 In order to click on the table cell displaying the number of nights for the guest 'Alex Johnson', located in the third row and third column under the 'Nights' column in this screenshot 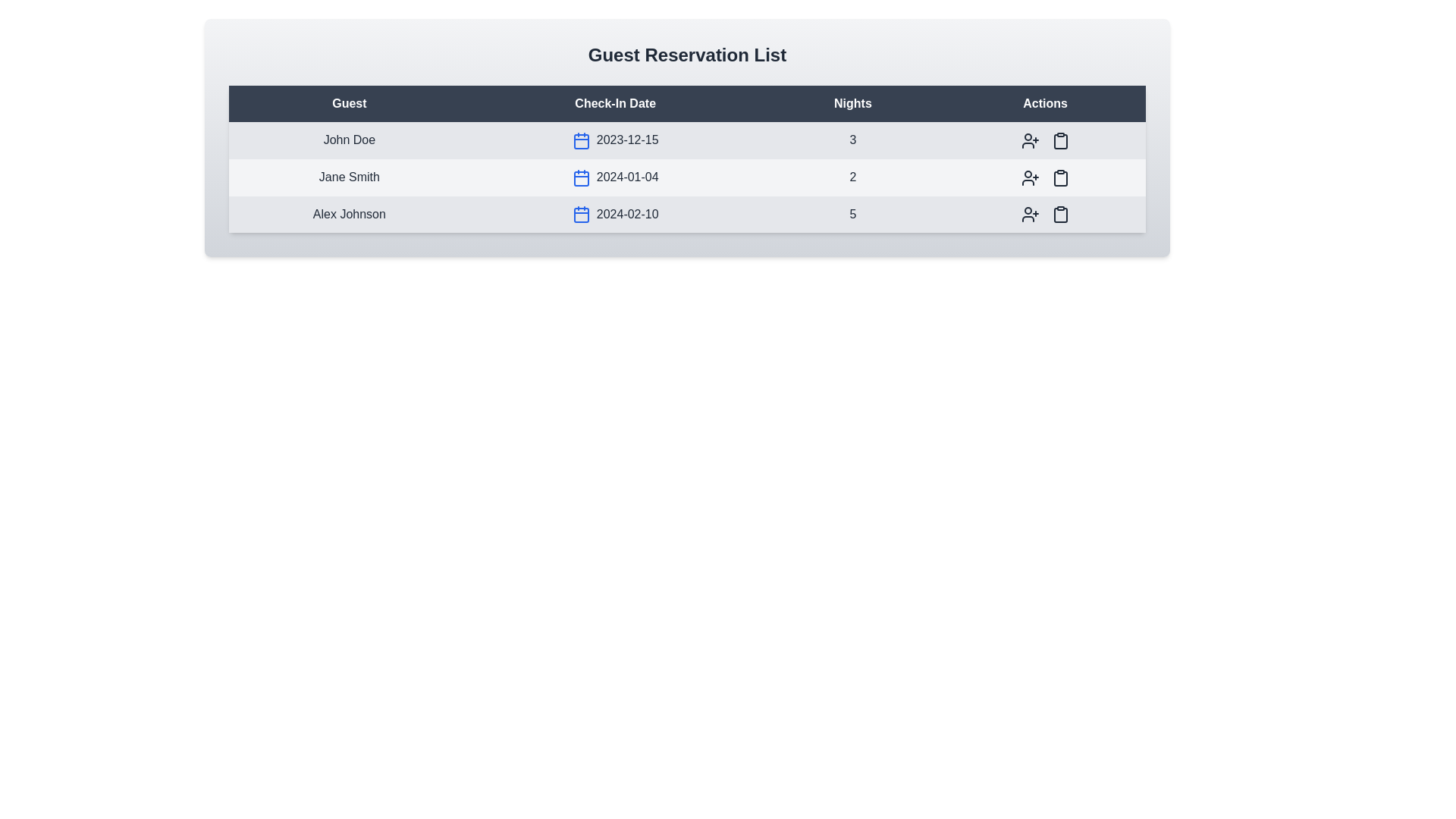, I will do `click(852, 214)`.